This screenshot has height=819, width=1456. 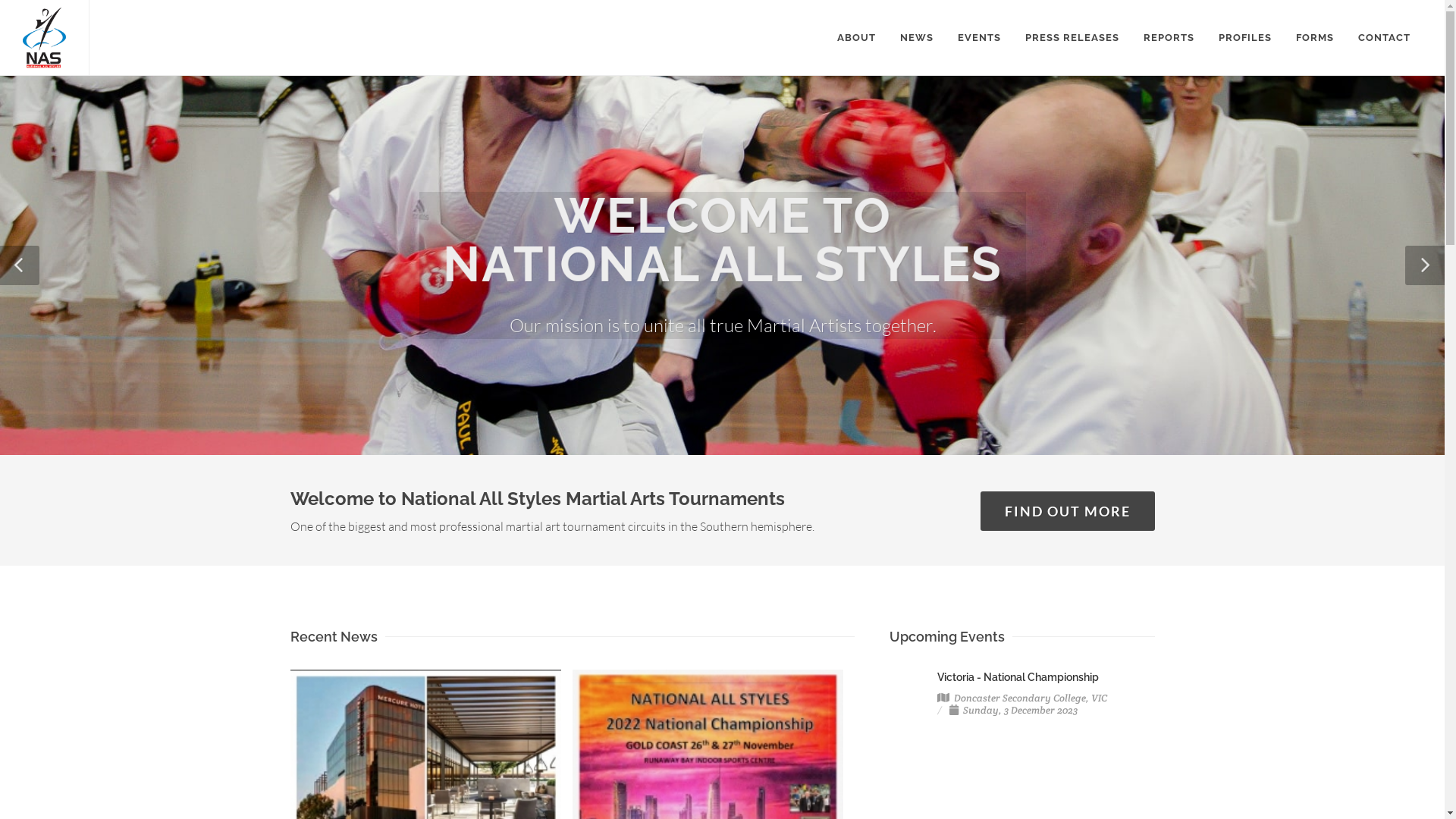 What do you see at coordinates (979, 37) in the screenshot?
I see `'EVENTS'` at bounding box center [979, 37].